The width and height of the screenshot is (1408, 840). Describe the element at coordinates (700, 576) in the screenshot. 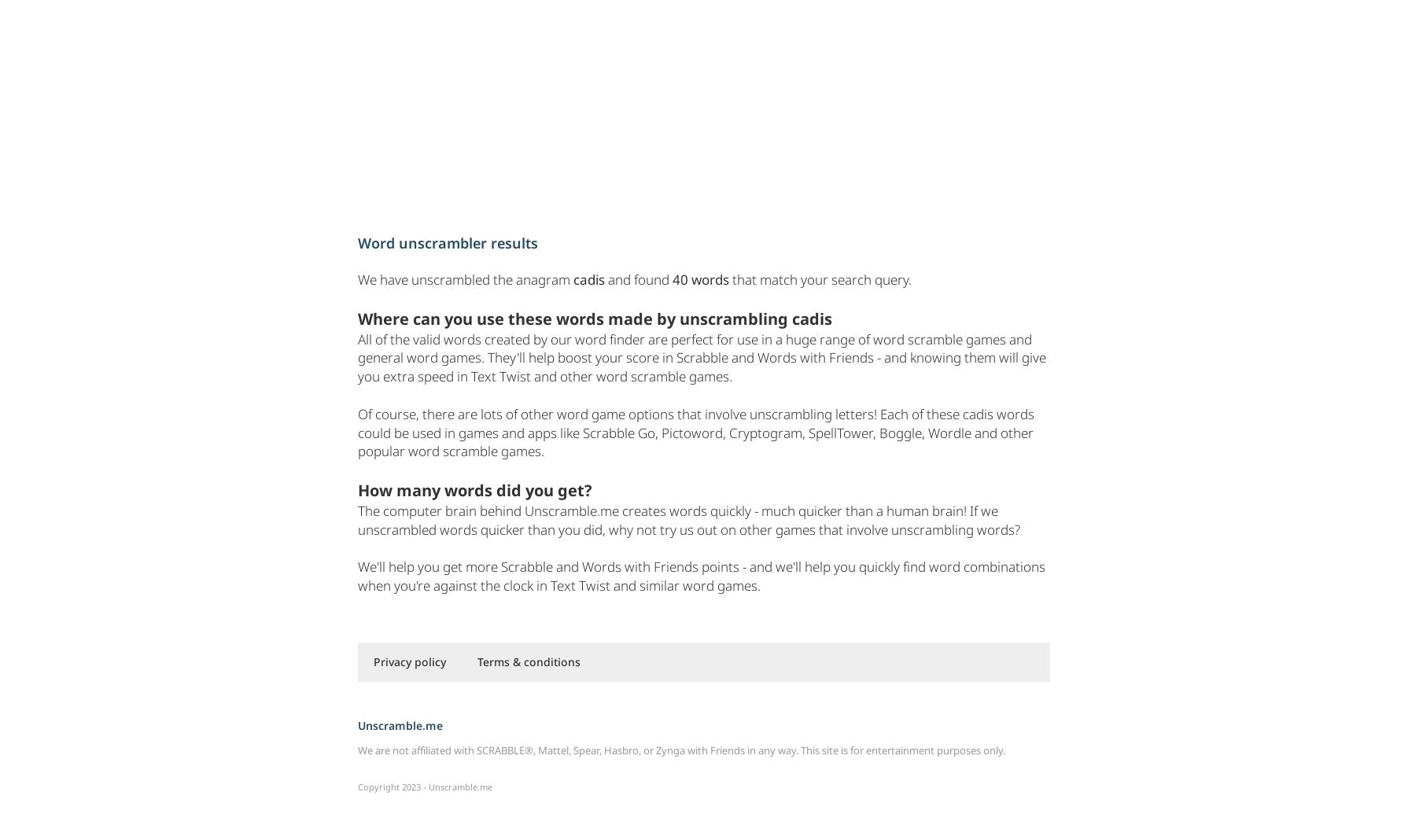

I see `'We'll help you get more Scrabble and Words with Friends points - and we'll help you quickly find word combinations when you're against the clock in Text Twist and similar word games.'` at that location.